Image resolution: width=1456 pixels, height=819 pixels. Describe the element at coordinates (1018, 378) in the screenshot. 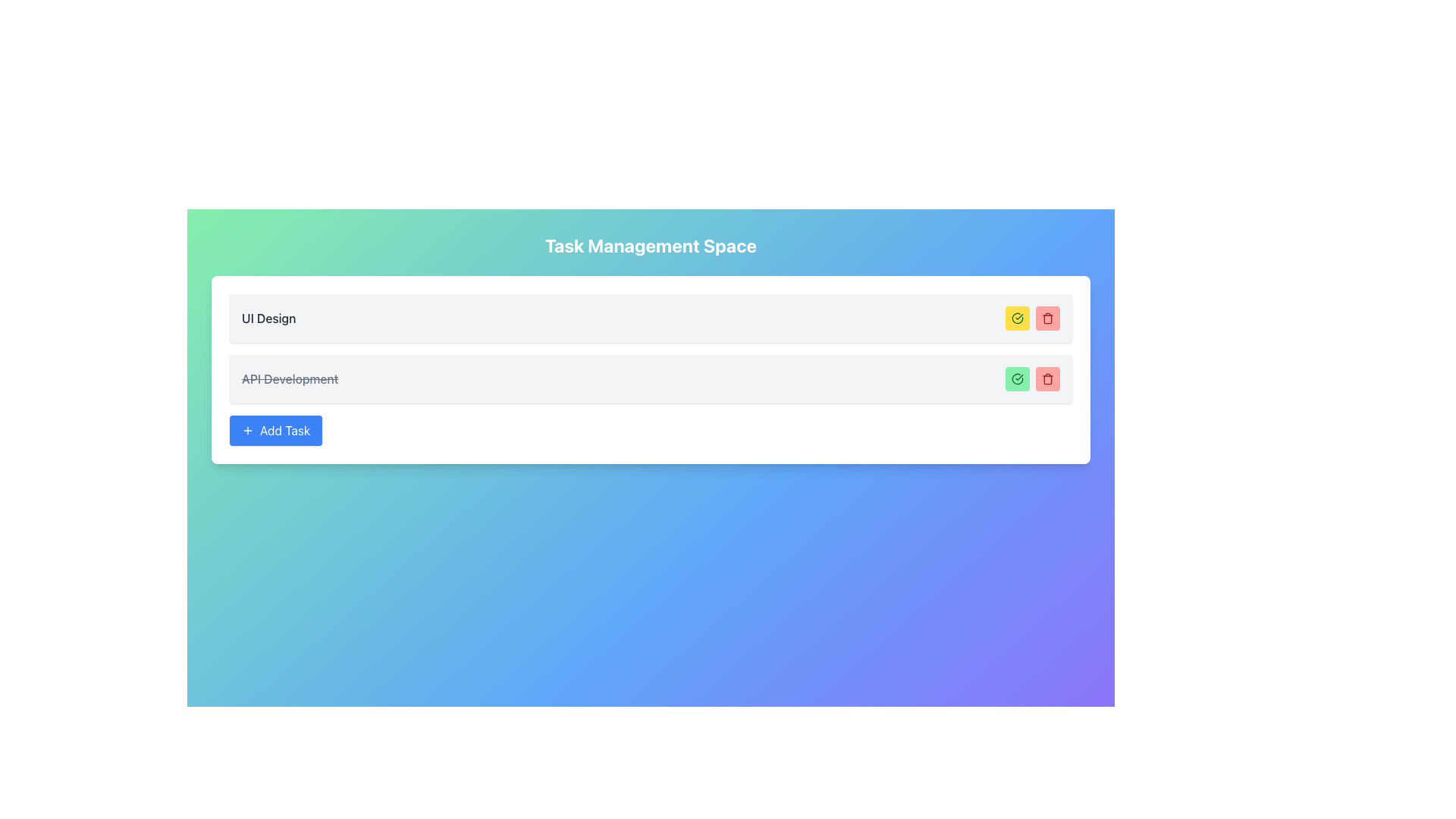

I see `the status confirmation icon located in the second row of the task list, aligned to the right end beside a red trash icon` at that location.